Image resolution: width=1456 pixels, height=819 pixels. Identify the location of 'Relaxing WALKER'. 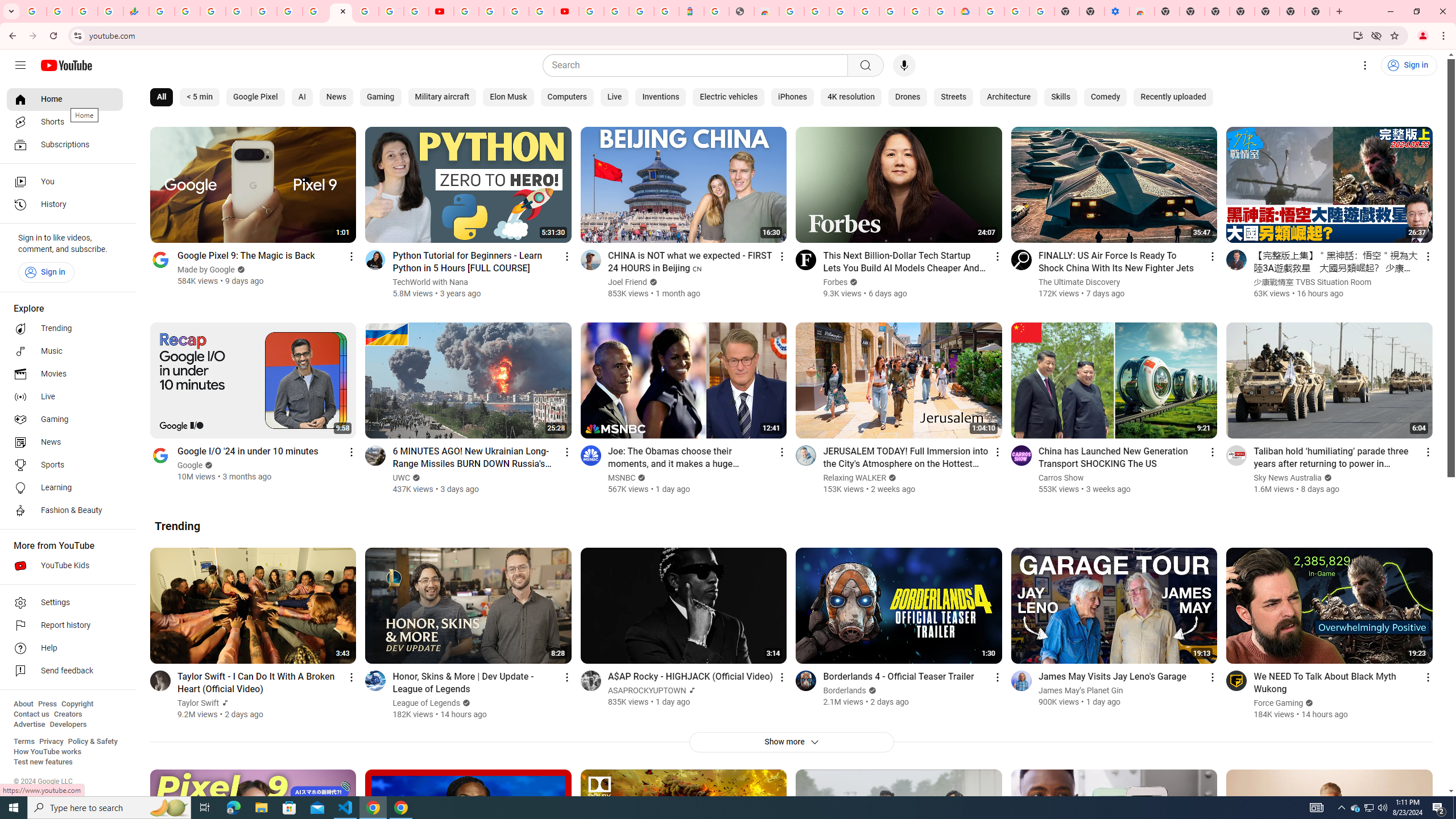
(854, 477).